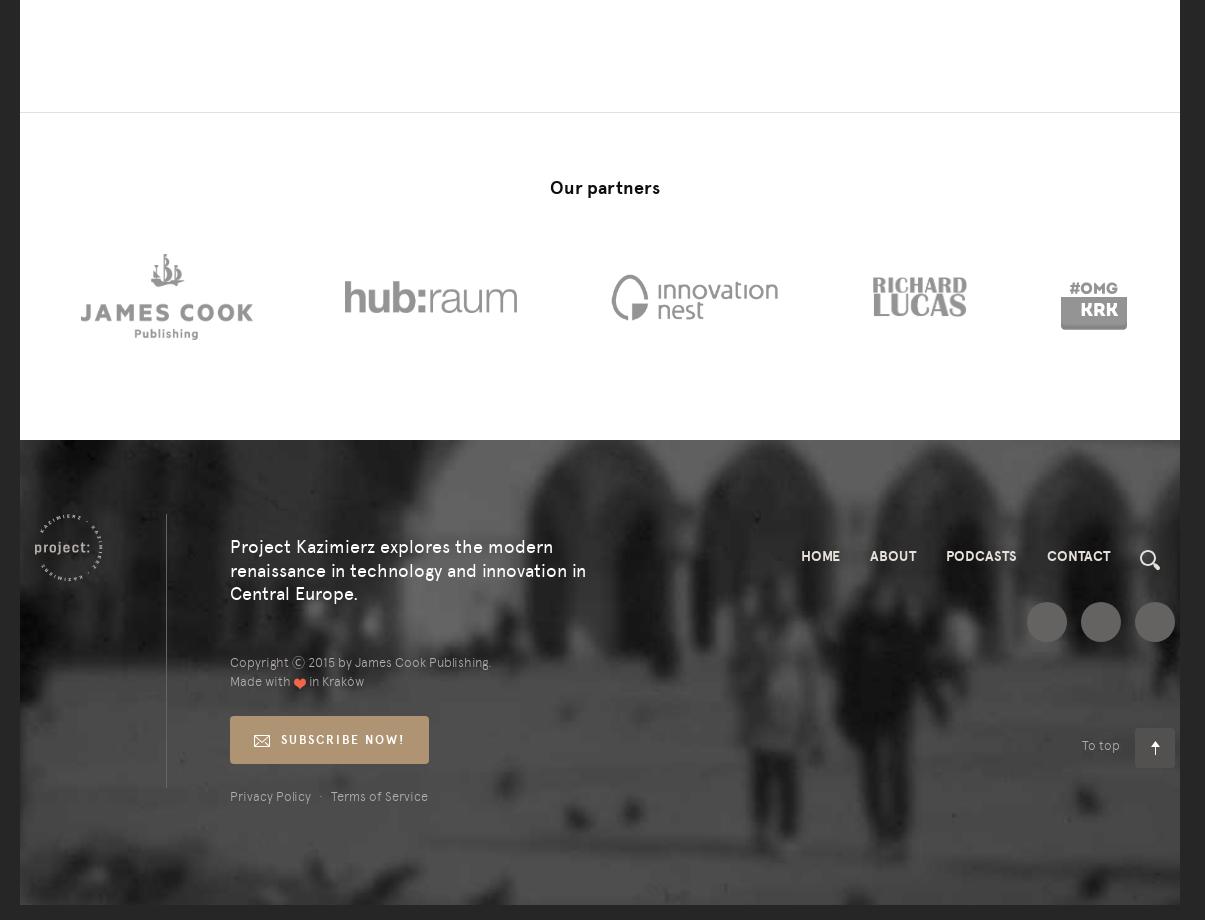  Describe the element at coordinates (205, 75) in the screenshot. I see `'Mark:'` at that location.